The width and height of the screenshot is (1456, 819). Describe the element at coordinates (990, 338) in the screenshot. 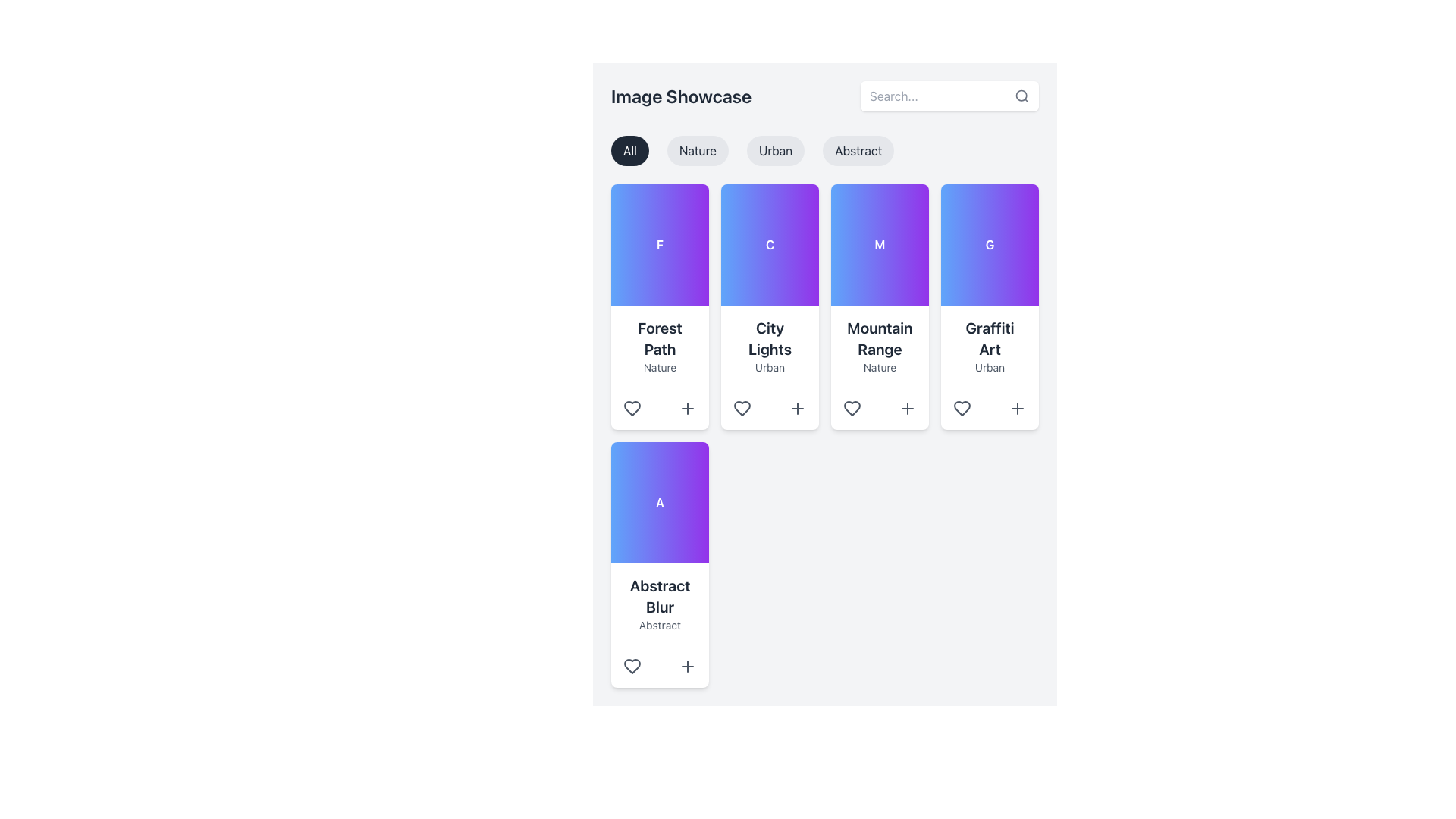

I see `the title text element located in the fourth column of the grid layout on the right side of the display, positioned above the smaller text 'Urban'` at that location.